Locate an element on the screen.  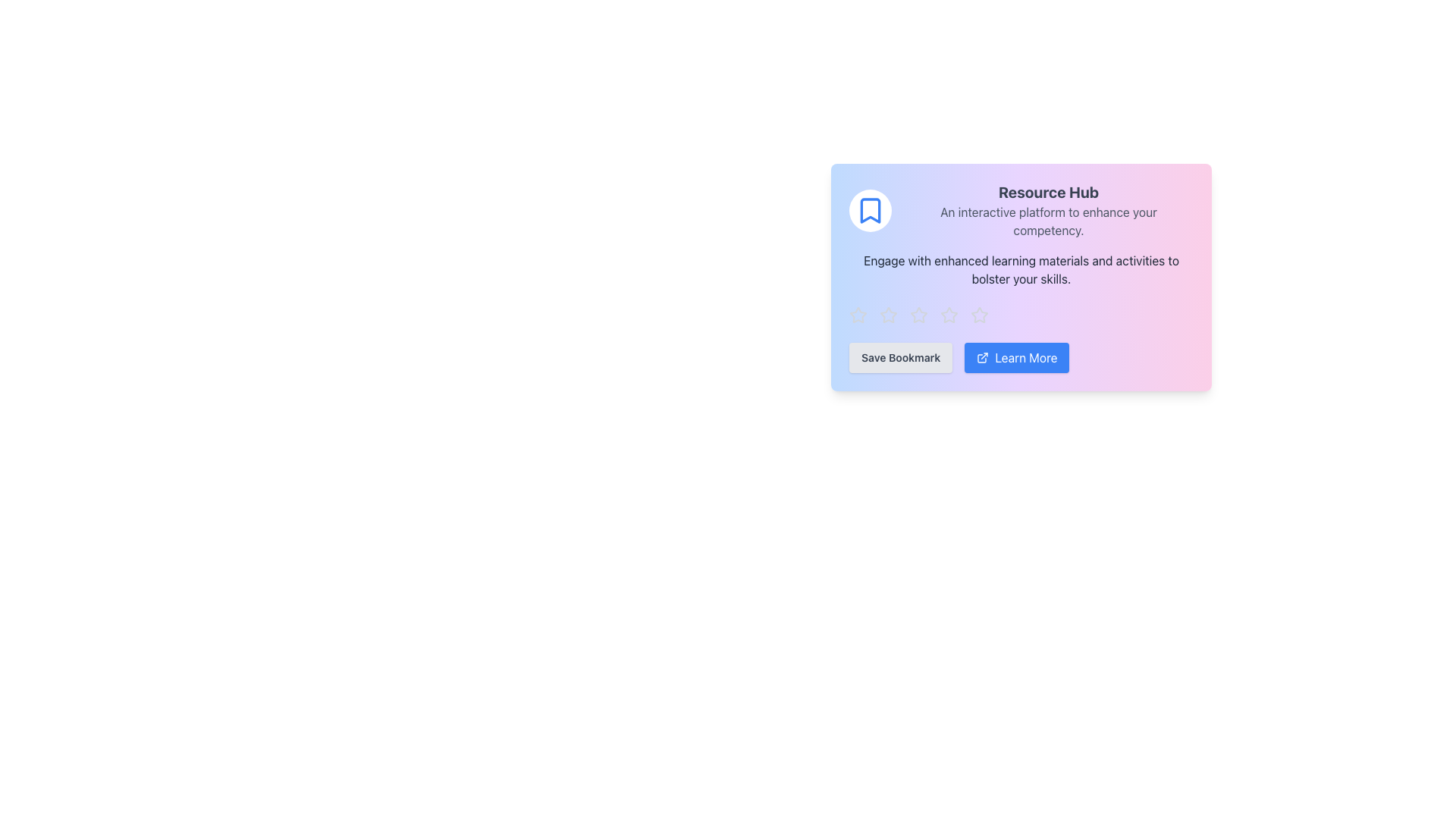
the second star icon in the rating system within the 'Resource Hub' dialog box for keyboard navigation is located at coordinates (949, 314).